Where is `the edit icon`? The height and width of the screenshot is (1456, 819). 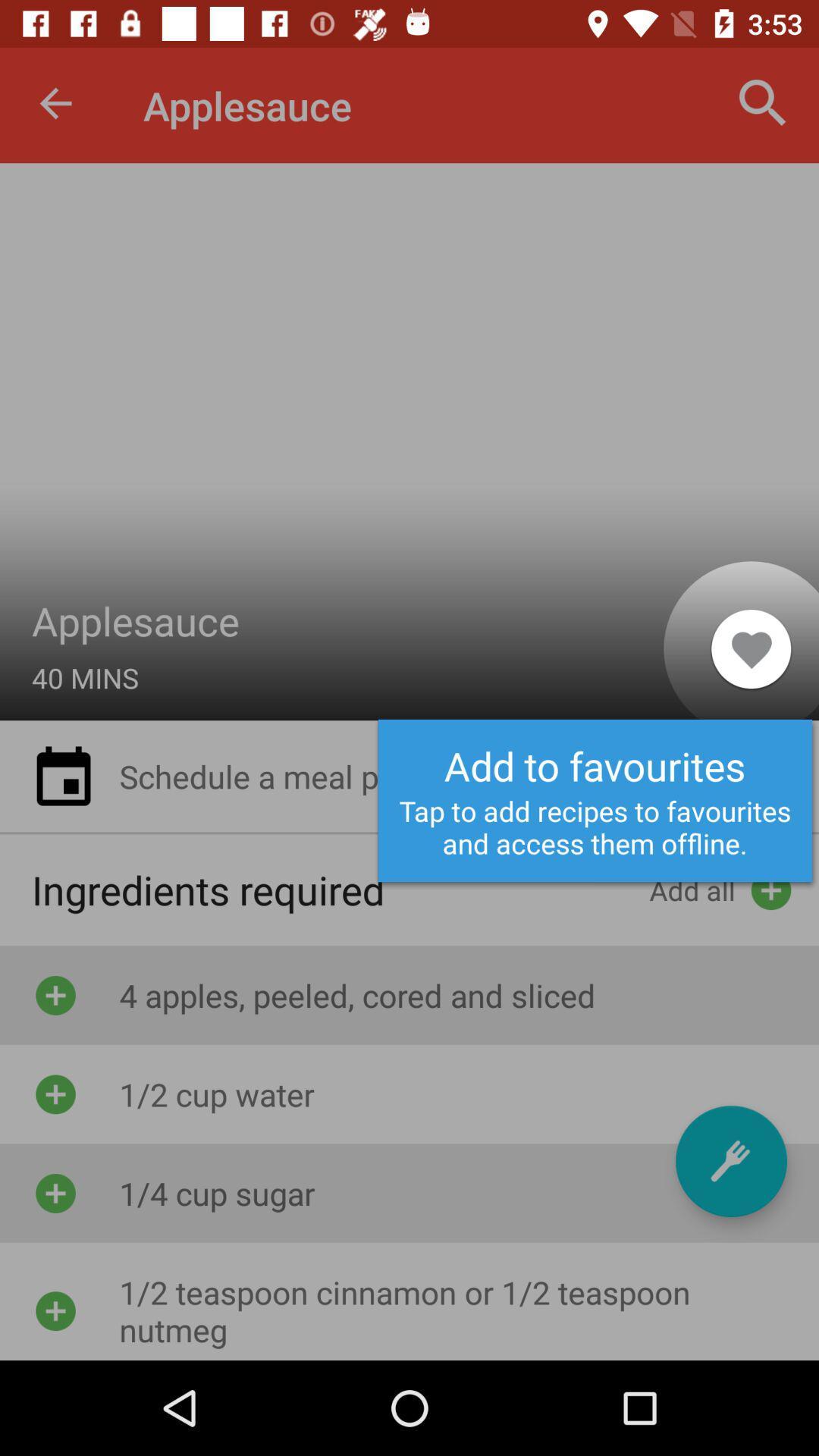
the edit icon is located at coordinates (730, 1160).